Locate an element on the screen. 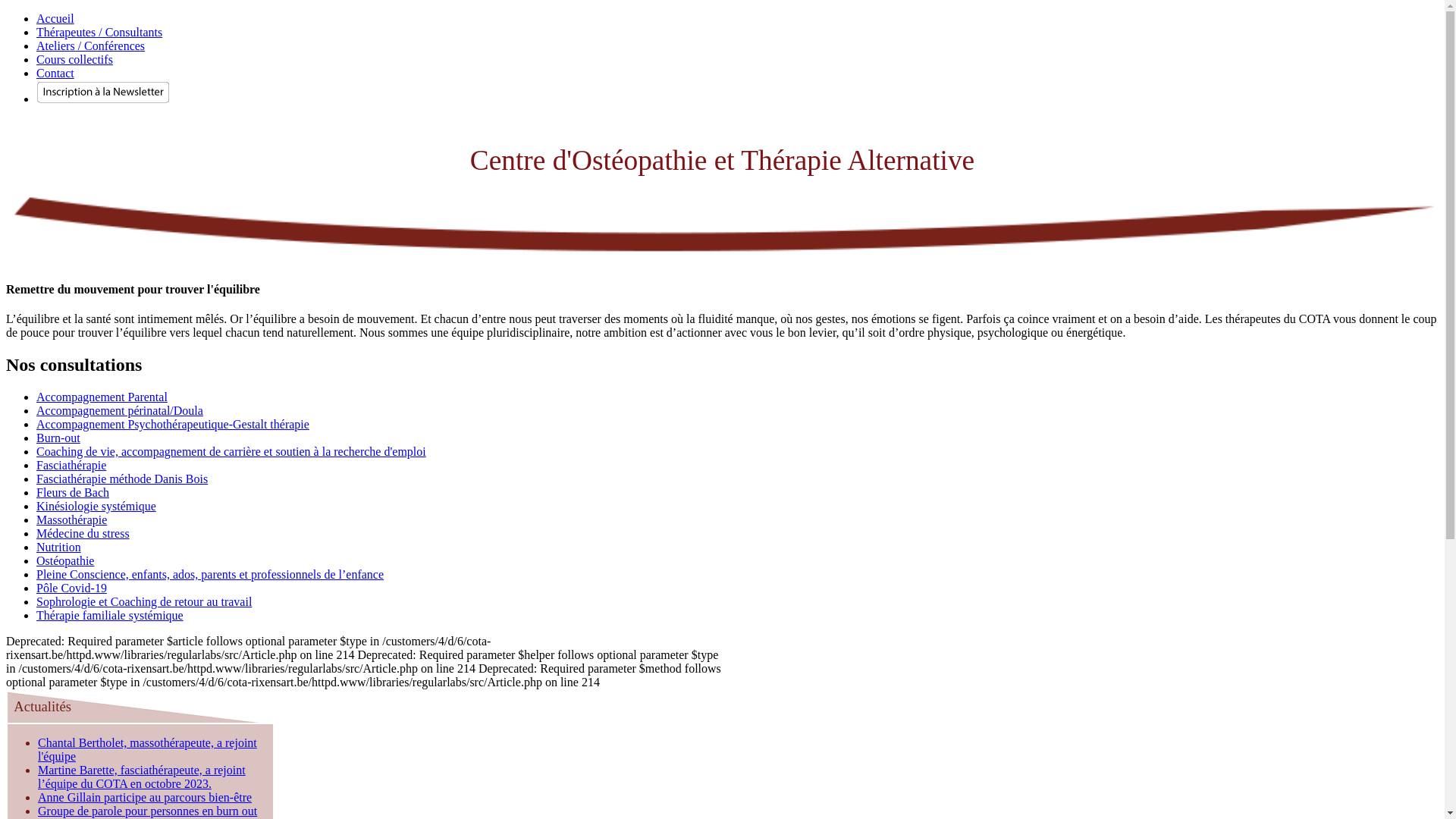 This screenshot has height=819, width=1456. 'Sophrologie et Coaching de retour au travail' is located at coordinates (36, 601).